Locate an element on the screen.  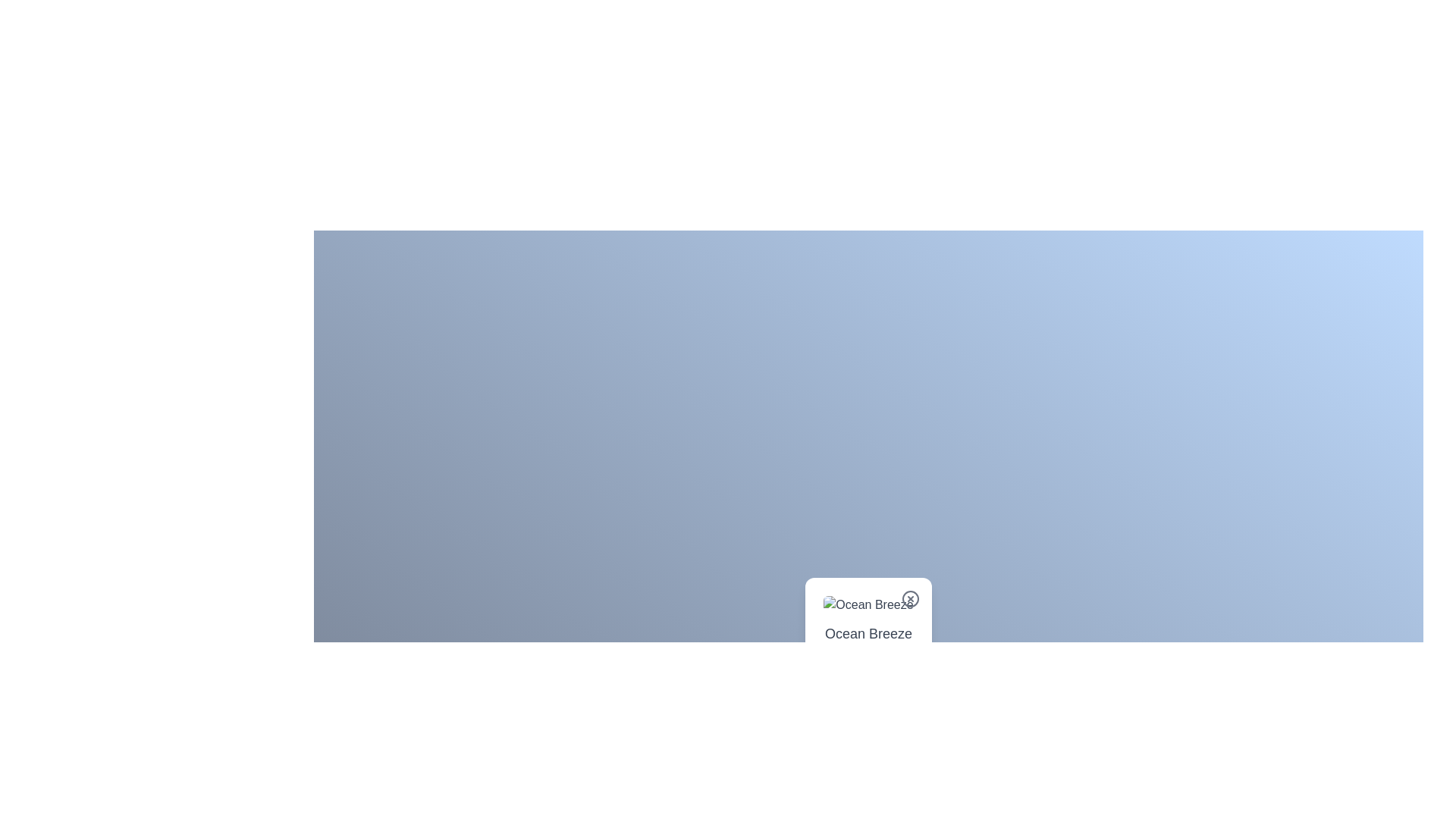
the surrounding card component that contains the Text Label, which is centered on a gradient background and located below the image in the card layout is located at coordinates (868, 640).